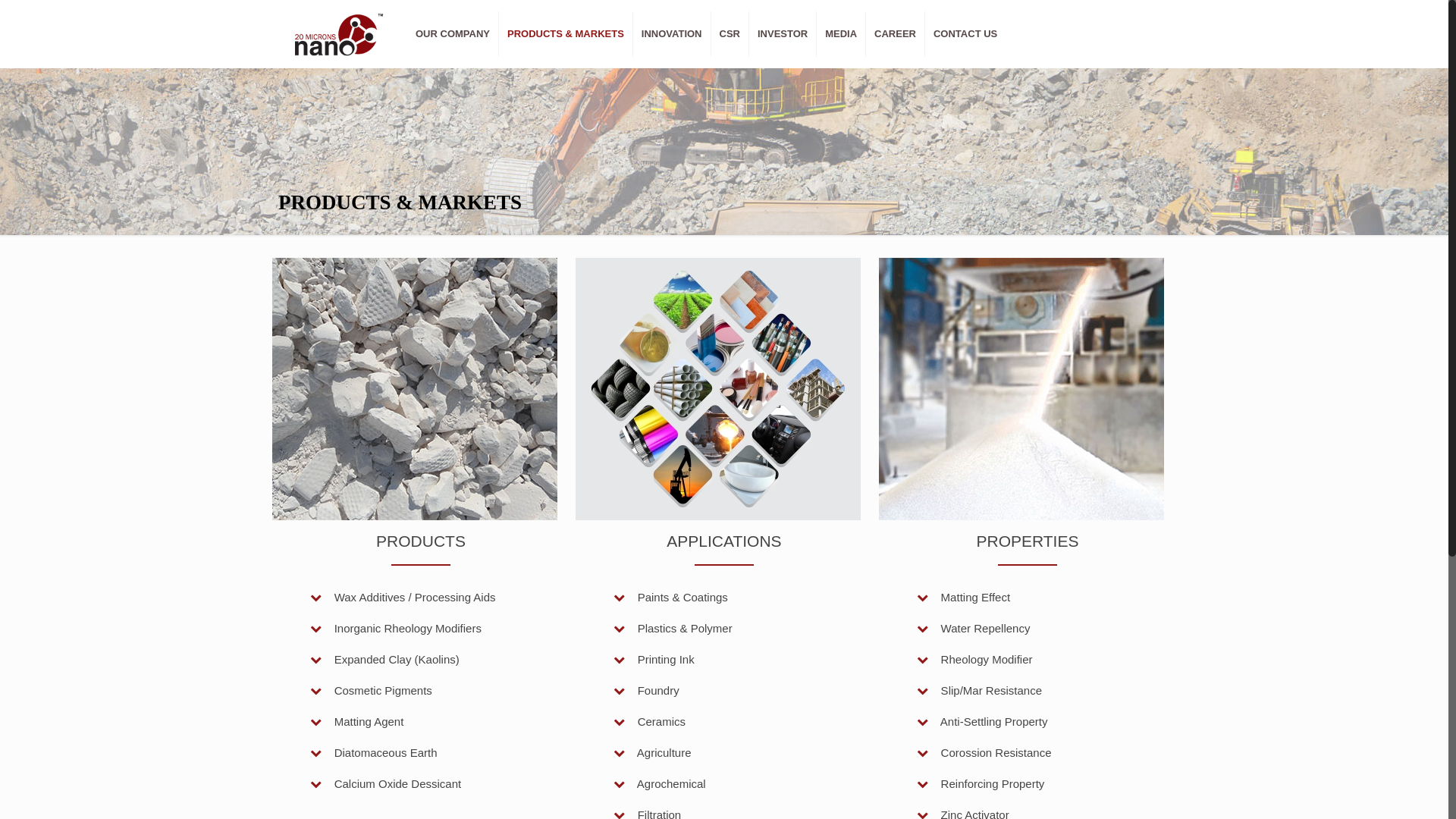 The image size is (1456, 819). What do you see at coordinates (895, 34) in the screenshot?
I see `'CAREER'` at bounding box center [895, 34].